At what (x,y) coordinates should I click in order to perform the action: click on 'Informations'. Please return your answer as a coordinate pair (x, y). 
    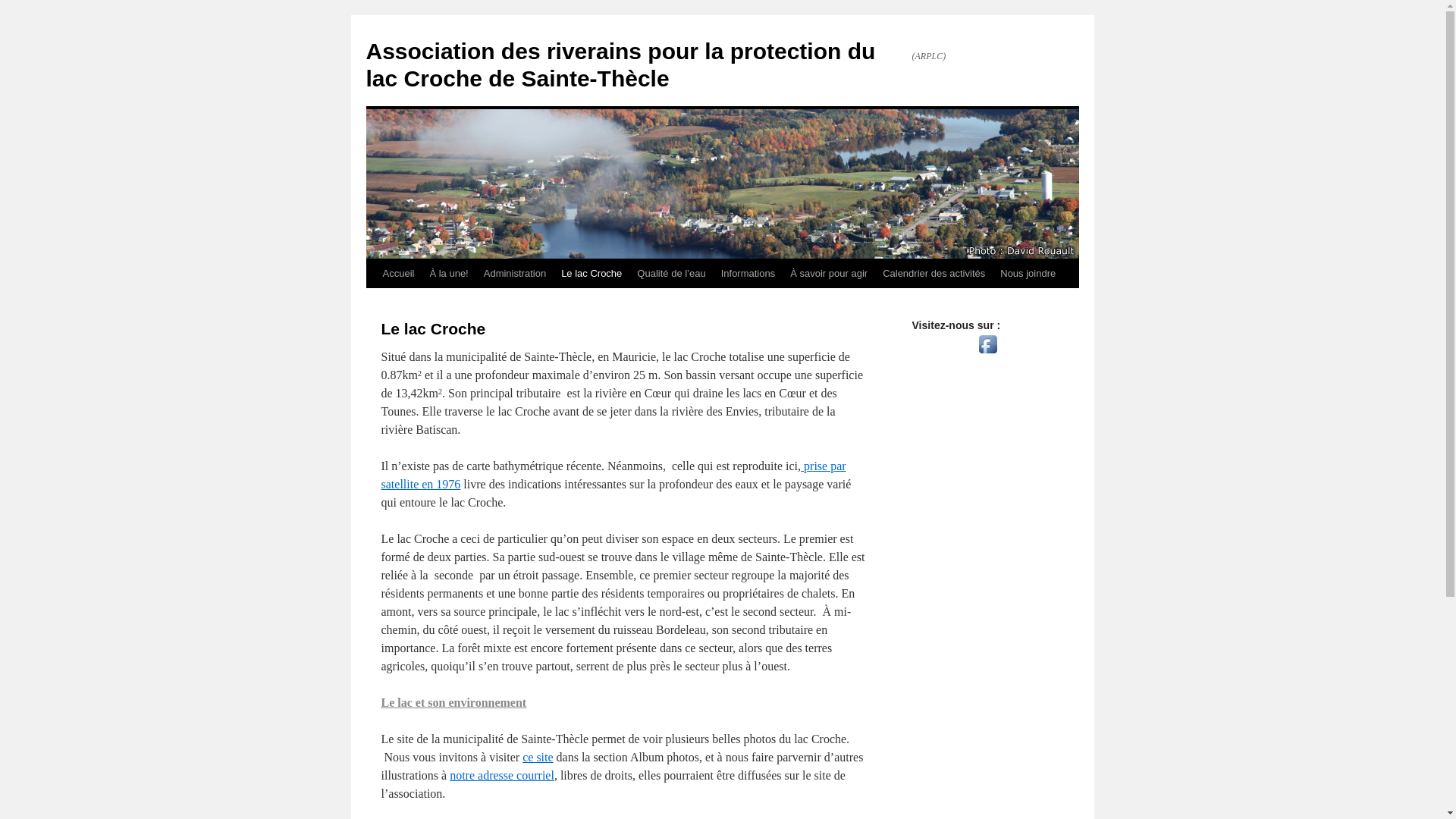
    Looking at the image, I should click on (748, 274).